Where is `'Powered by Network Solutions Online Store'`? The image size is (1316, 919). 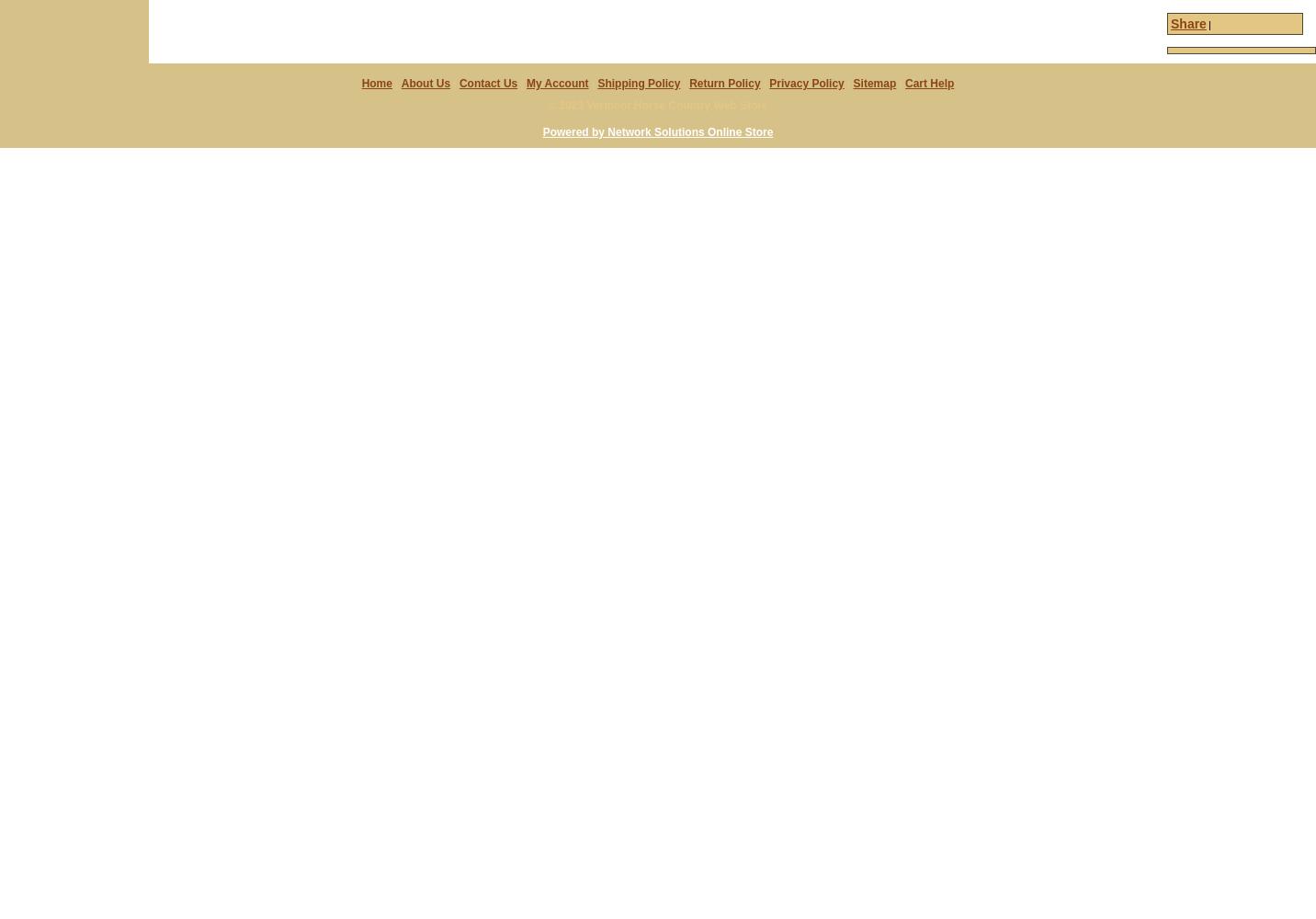
'Powered by Network Solutions Online Store' is located at coordinates (657, 131).